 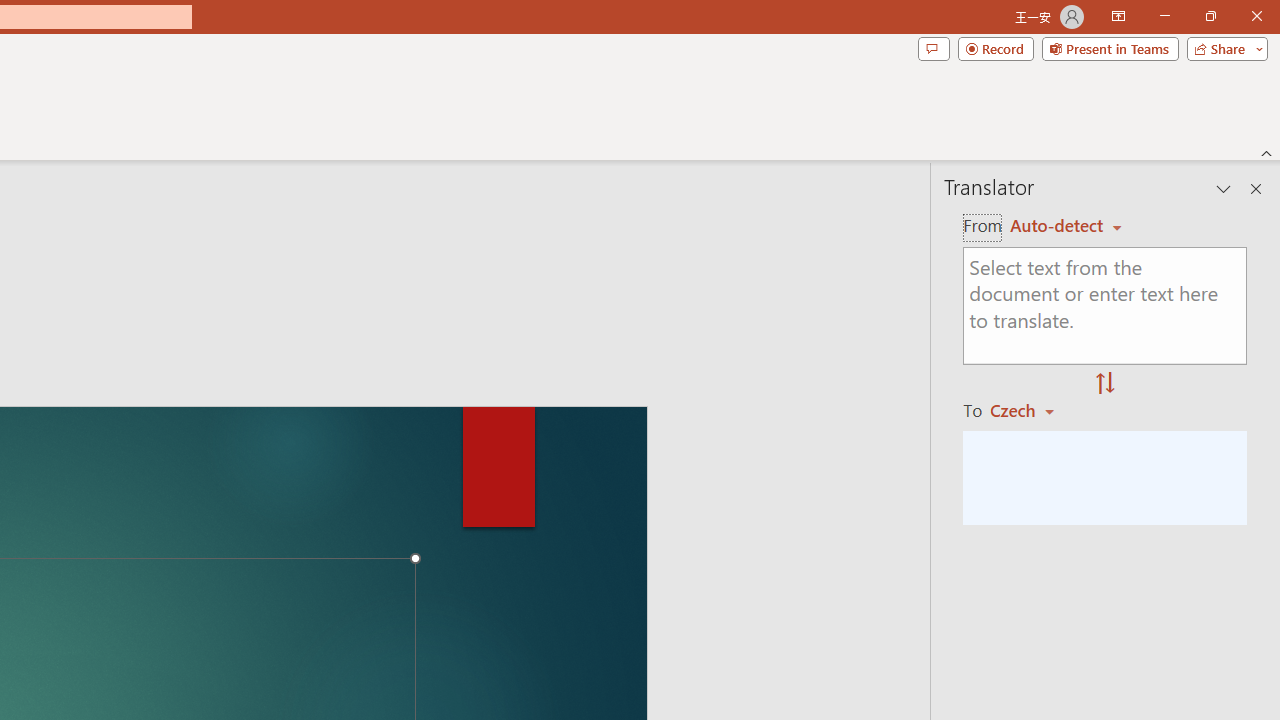 What do you see at coordinates (1109, 47) in the screenshot?
I see `'Present in Teams'` at bounding box center [1109, 47].